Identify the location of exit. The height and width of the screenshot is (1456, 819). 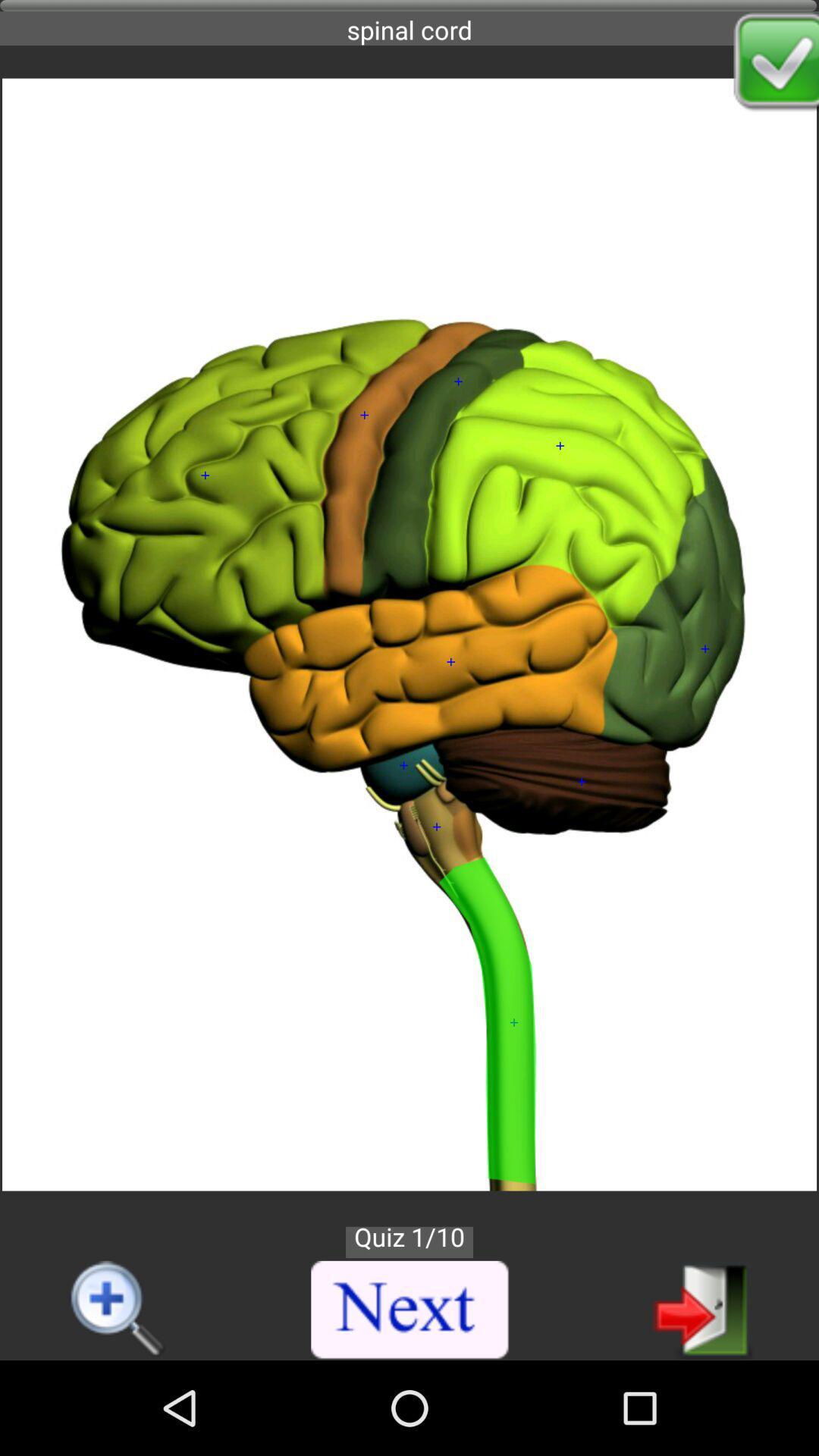
(702, 1308).